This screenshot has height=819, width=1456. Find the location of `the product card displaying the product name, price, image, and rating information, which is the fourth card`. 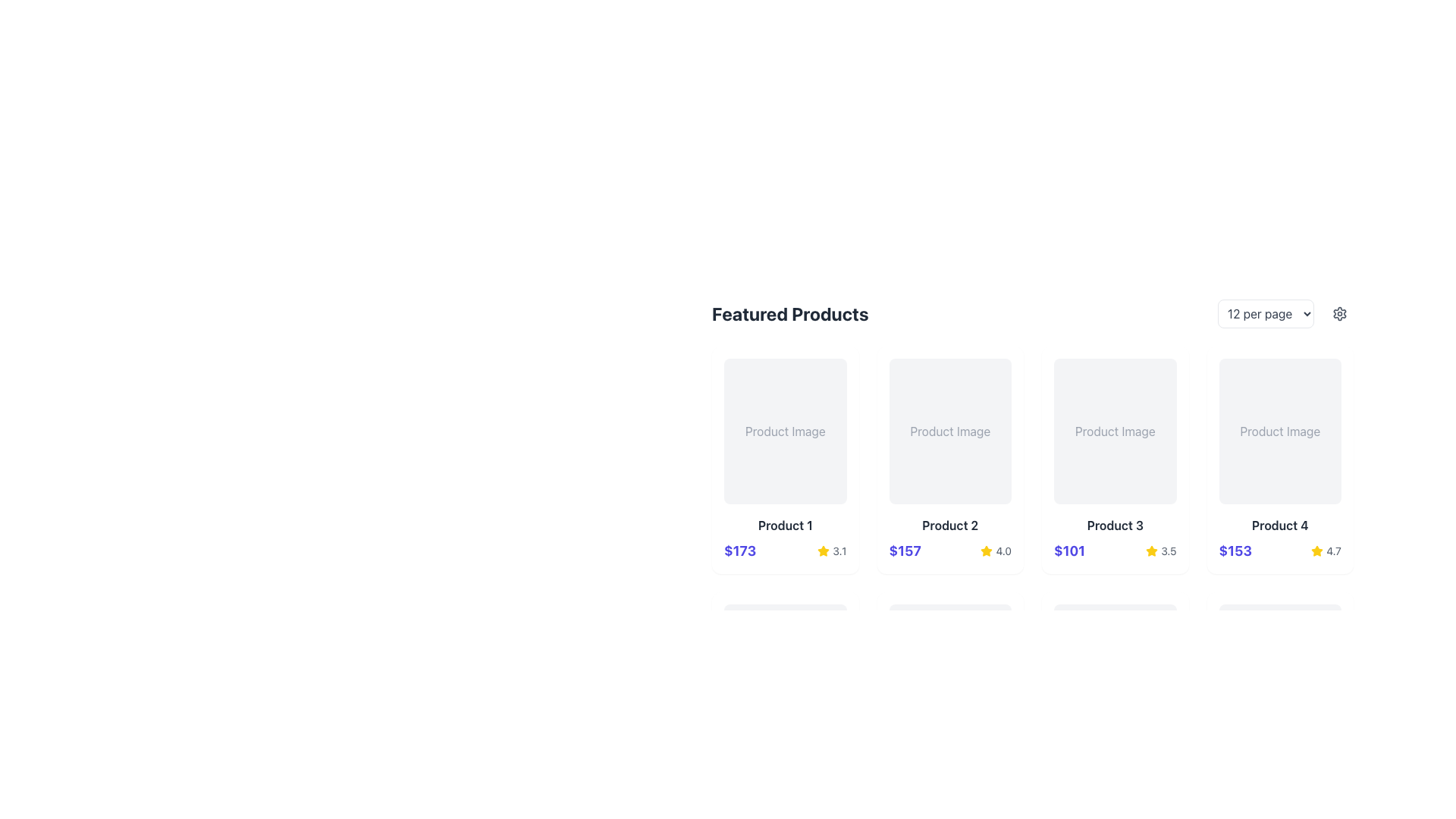

the product card displaying the product name, price, image, and rating information, which is the fourth card is located at coordinates (1279, 459).